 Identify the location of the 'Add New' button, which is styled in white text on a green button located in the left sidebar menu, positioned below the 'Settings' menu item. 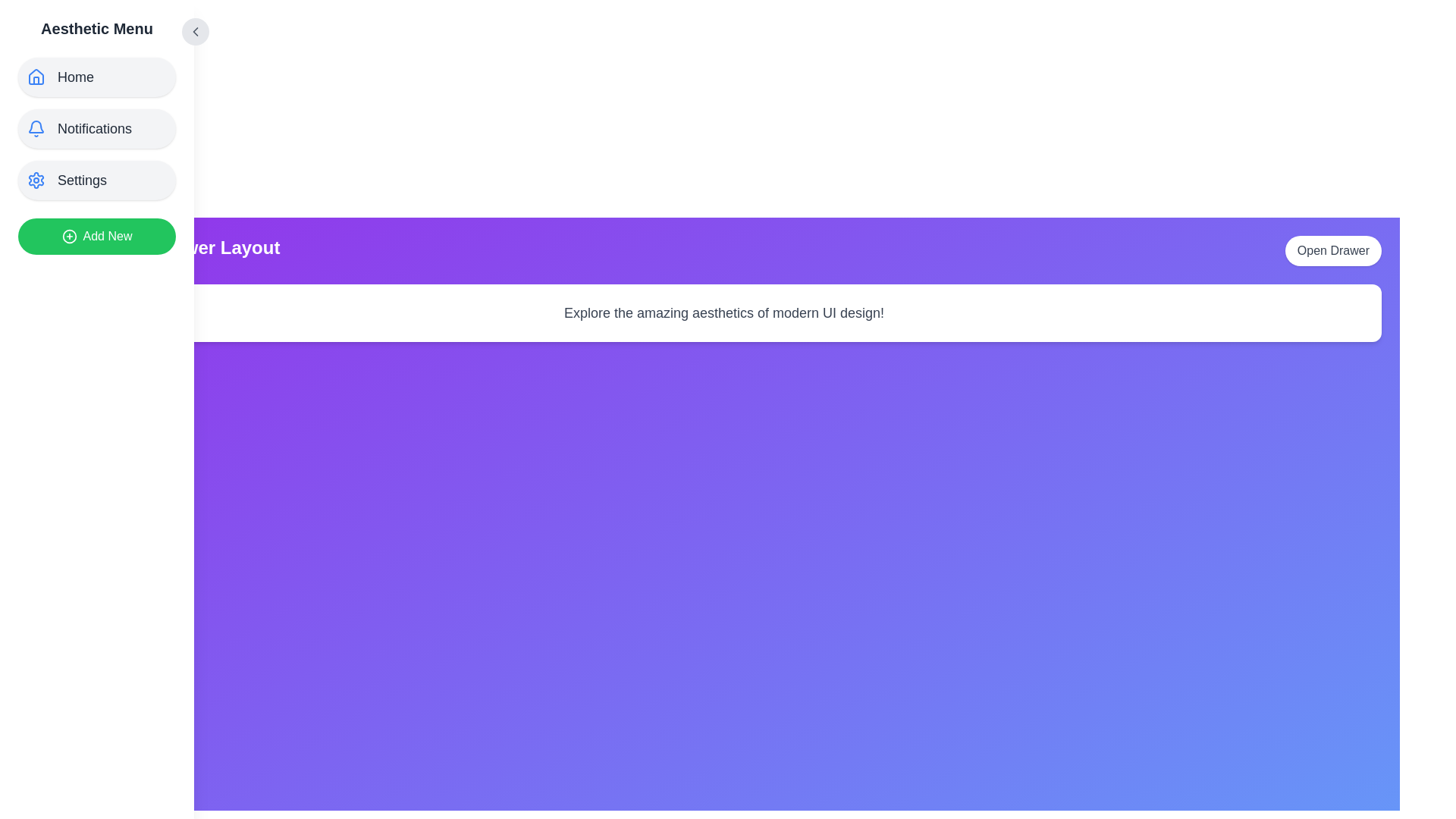
(107, 237).